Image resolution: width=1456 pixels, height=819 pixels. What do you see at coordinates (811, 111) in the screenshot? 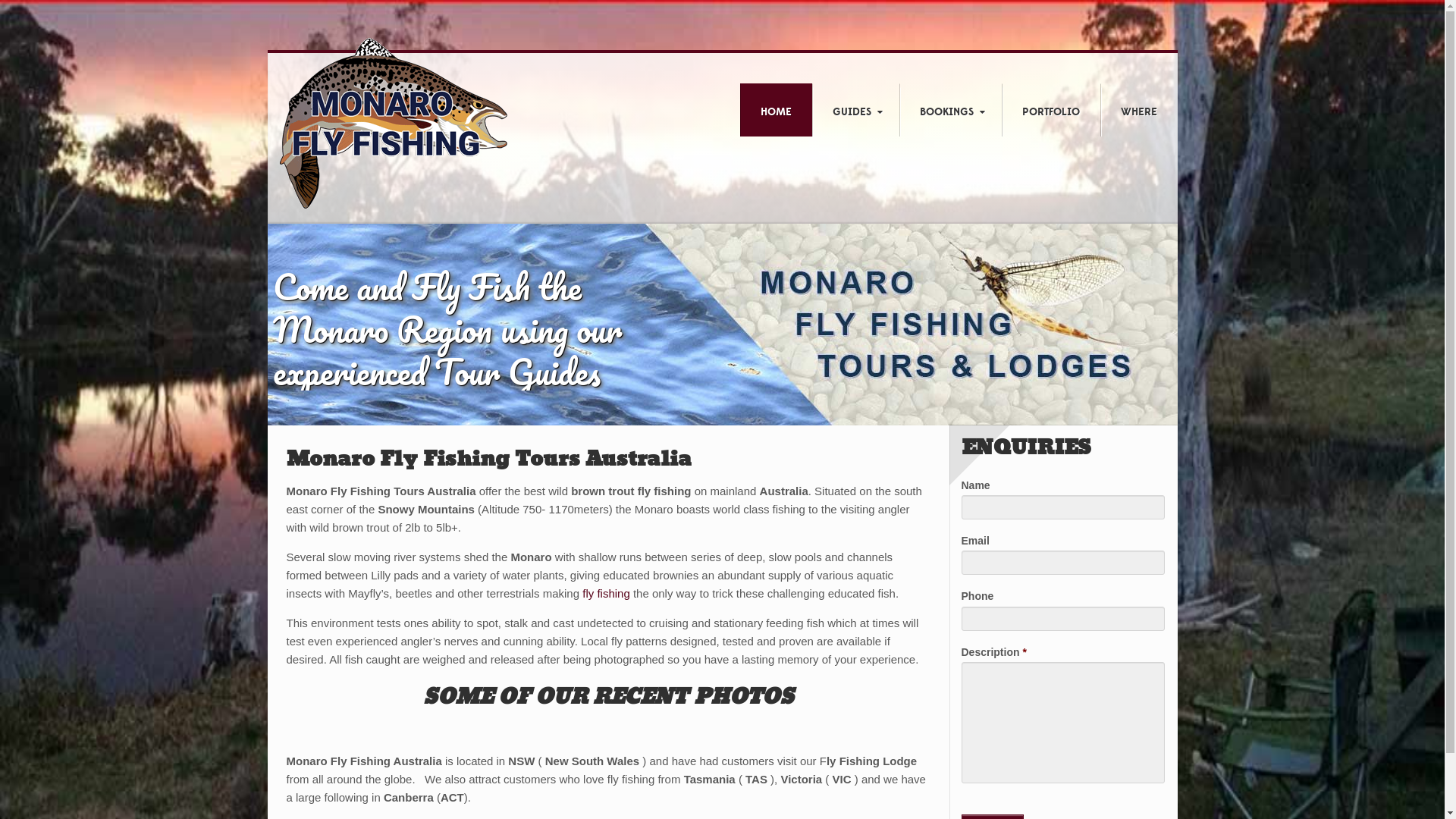
I see `'GUIDES'` at bounding box center [811, 111].